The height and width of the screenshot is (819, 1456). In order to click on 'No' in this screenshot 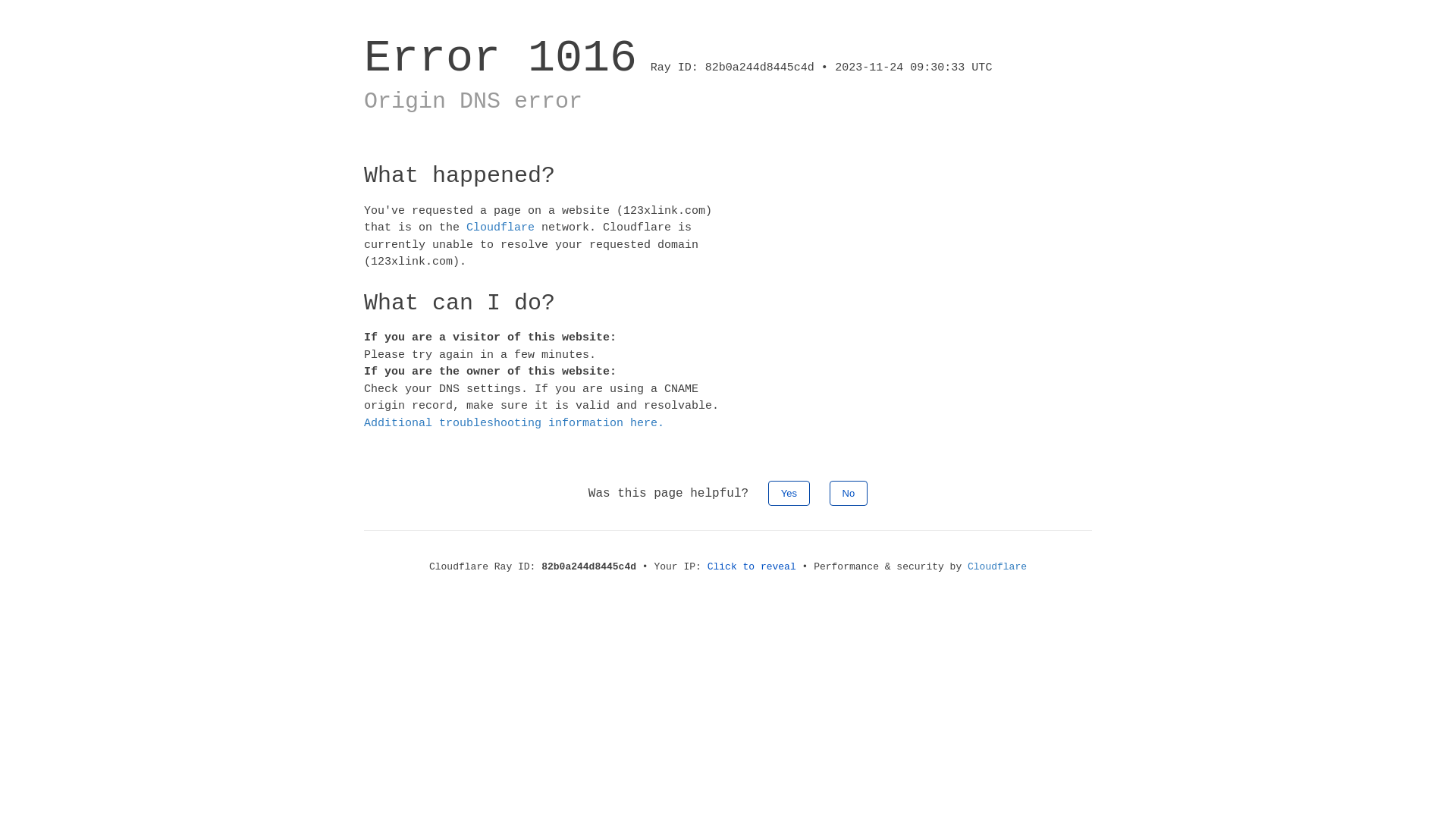, I will do `click(848, 493)`.